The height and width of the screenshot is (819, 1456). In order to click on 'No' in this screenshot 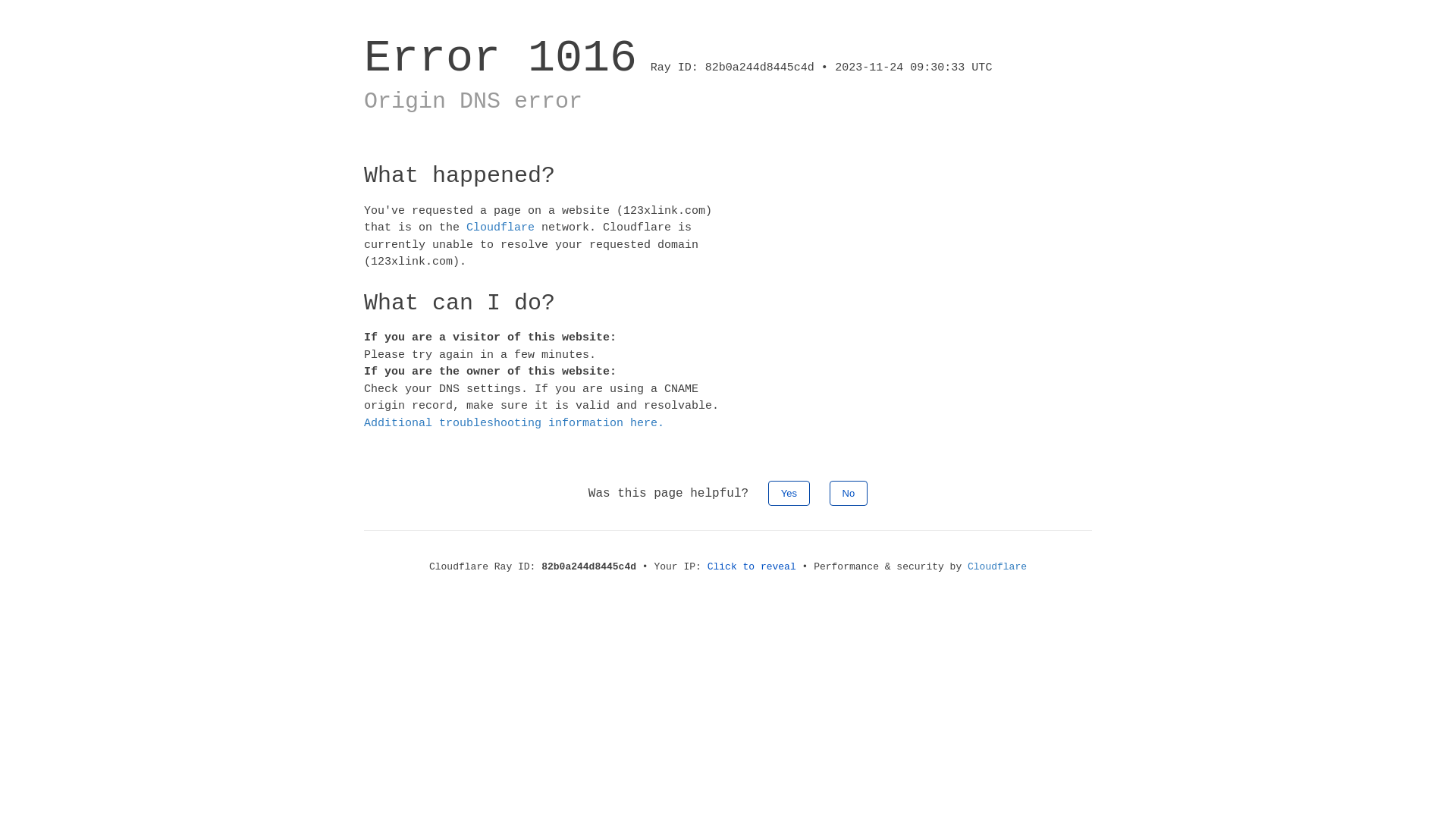, I will do `click(848, 493)`.